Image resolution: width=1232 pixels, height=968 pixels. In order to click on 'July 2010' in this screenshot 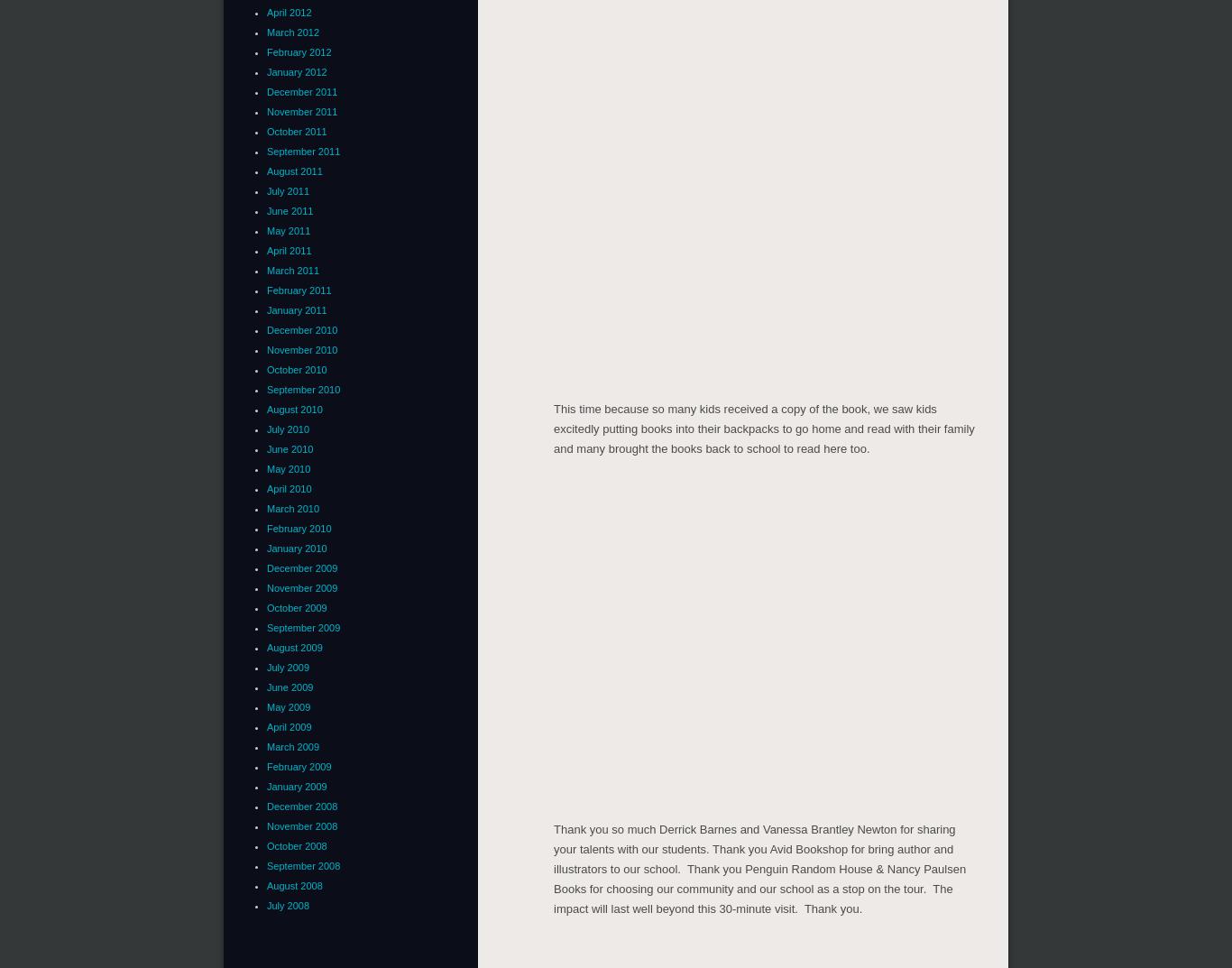, I will do `click(288, 429)`.